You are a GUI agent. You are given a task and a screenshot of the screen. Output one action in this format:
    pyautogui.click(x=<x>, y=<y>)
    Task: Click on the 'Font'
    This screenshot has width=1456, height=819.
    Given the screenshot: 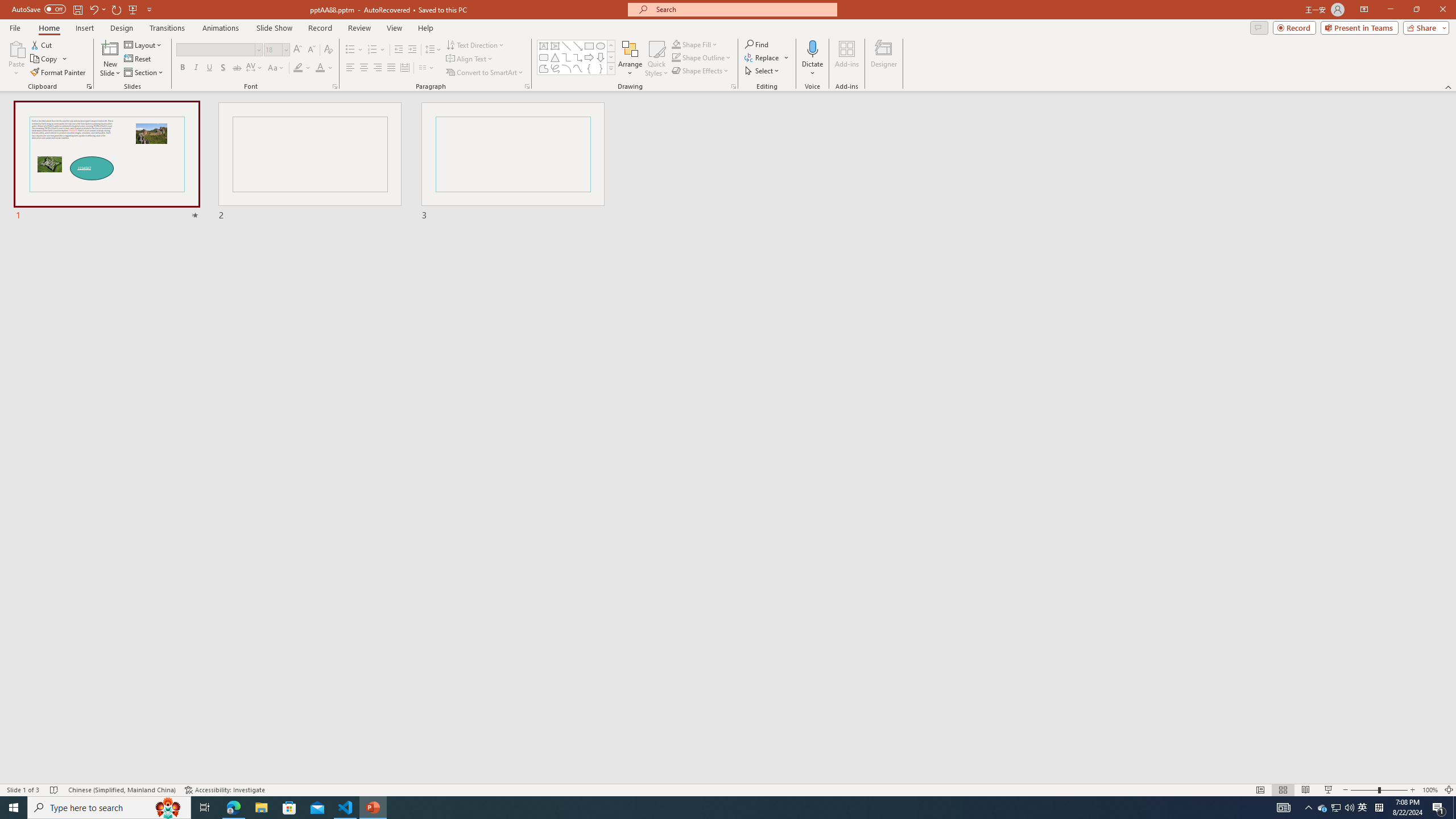 What is the action you would take?
    pyautogui.click(x=218, y=49)
    